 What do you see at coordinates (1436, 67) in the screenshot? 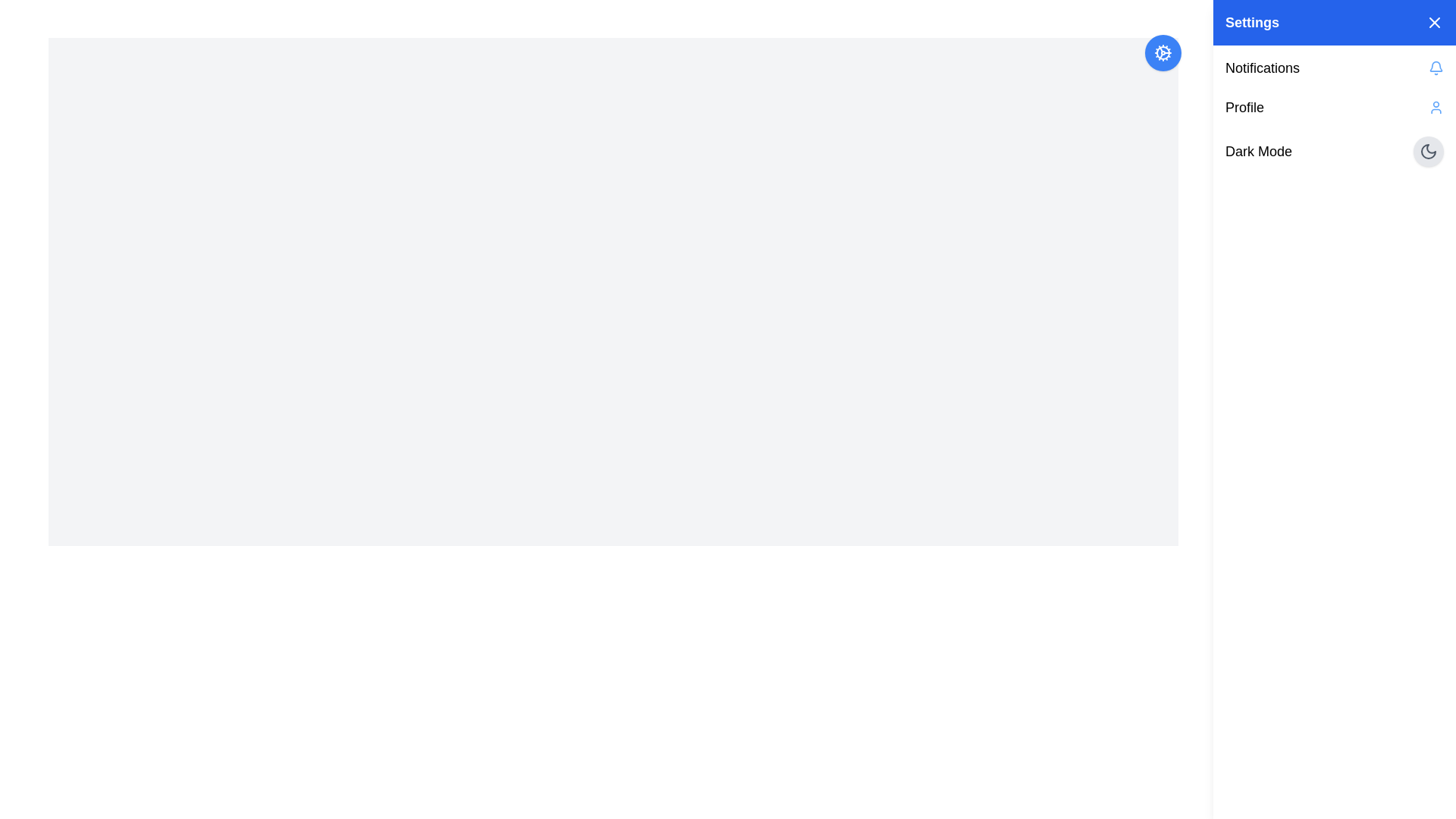
I see `the notification icon located in the top-right area of the Settings panel, adjacent to the 'Notifications' label` at bounding box center [1436, 67].